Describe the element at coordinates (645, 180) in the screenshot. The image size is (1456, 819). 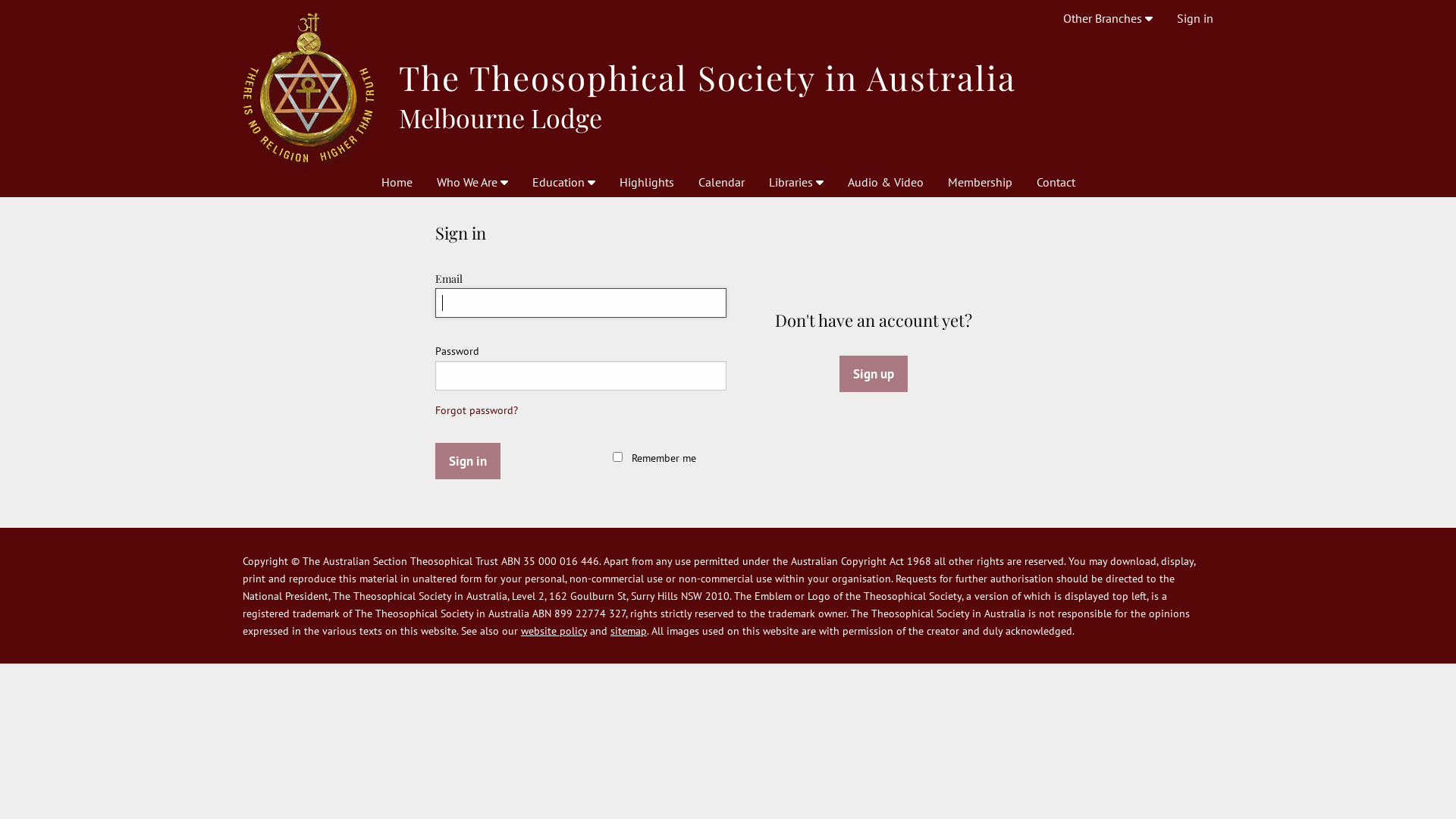
I see `'Highlights'` at that location.